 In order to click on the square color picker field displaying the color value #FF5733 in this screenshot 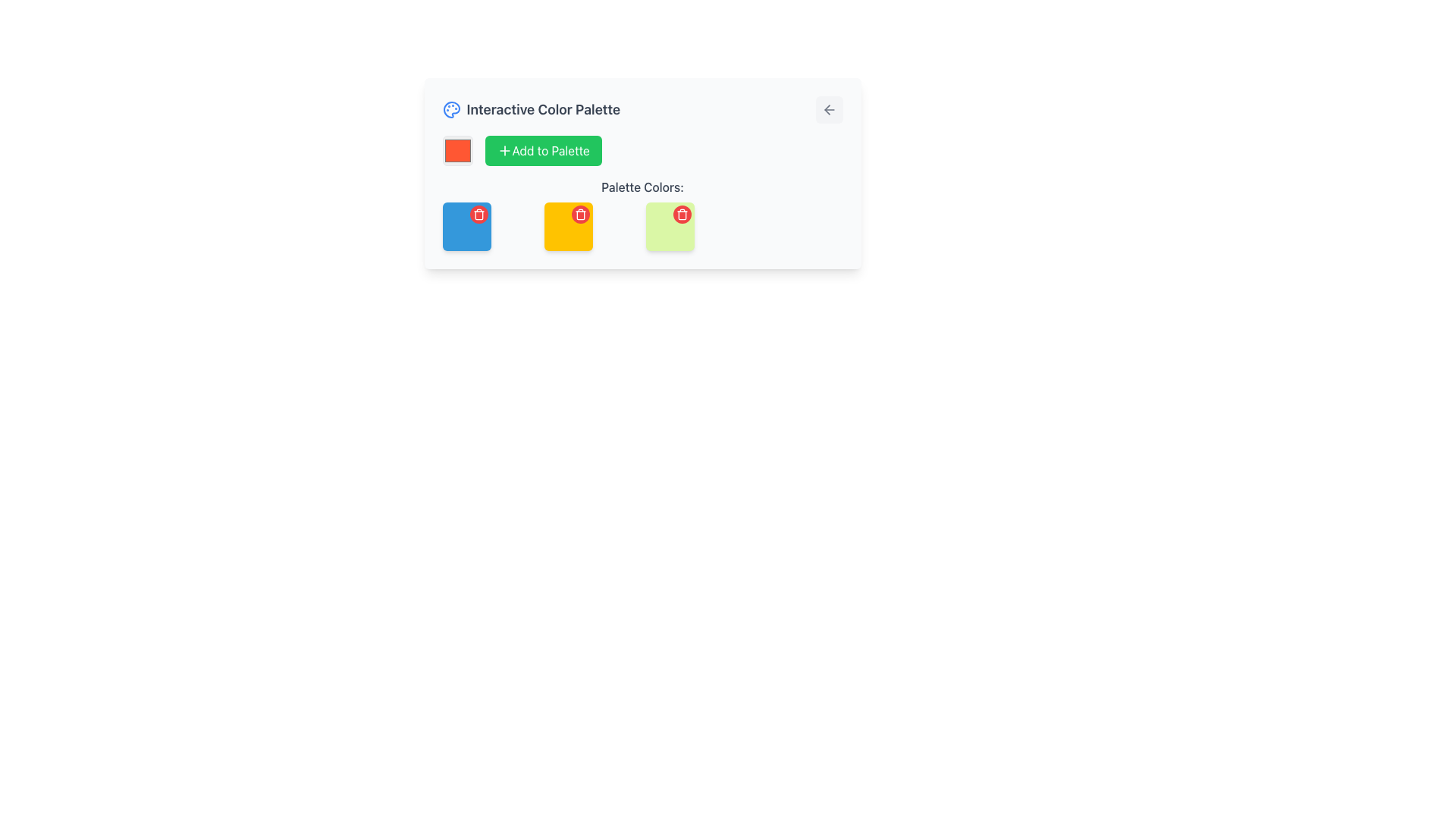, I will do `click(457, 151)`.